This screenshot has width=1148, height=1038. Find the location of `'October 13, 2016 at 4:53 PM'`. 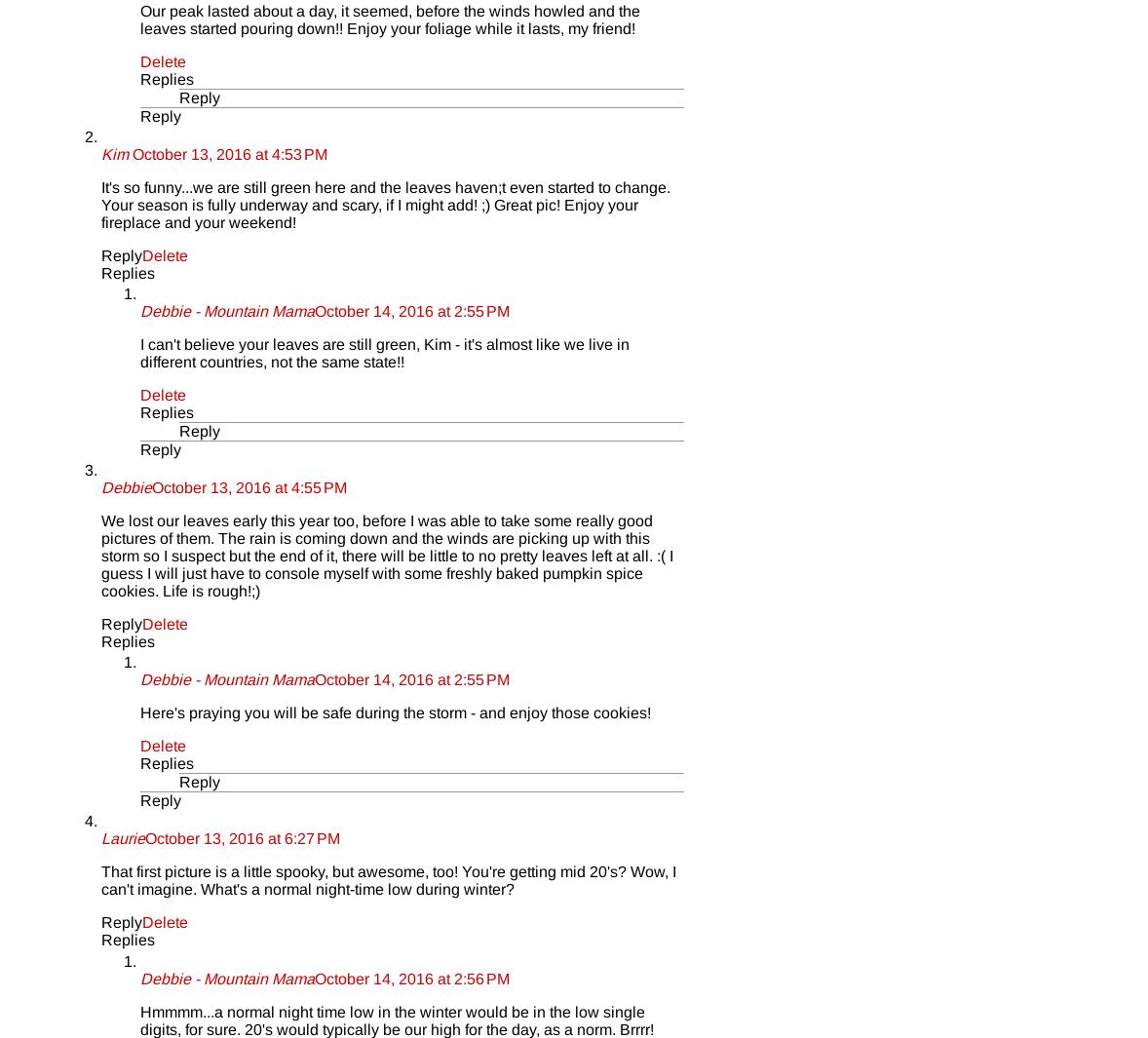

'October 13, 2016 at 4:53 PM' is located at coordinates (228, 152).